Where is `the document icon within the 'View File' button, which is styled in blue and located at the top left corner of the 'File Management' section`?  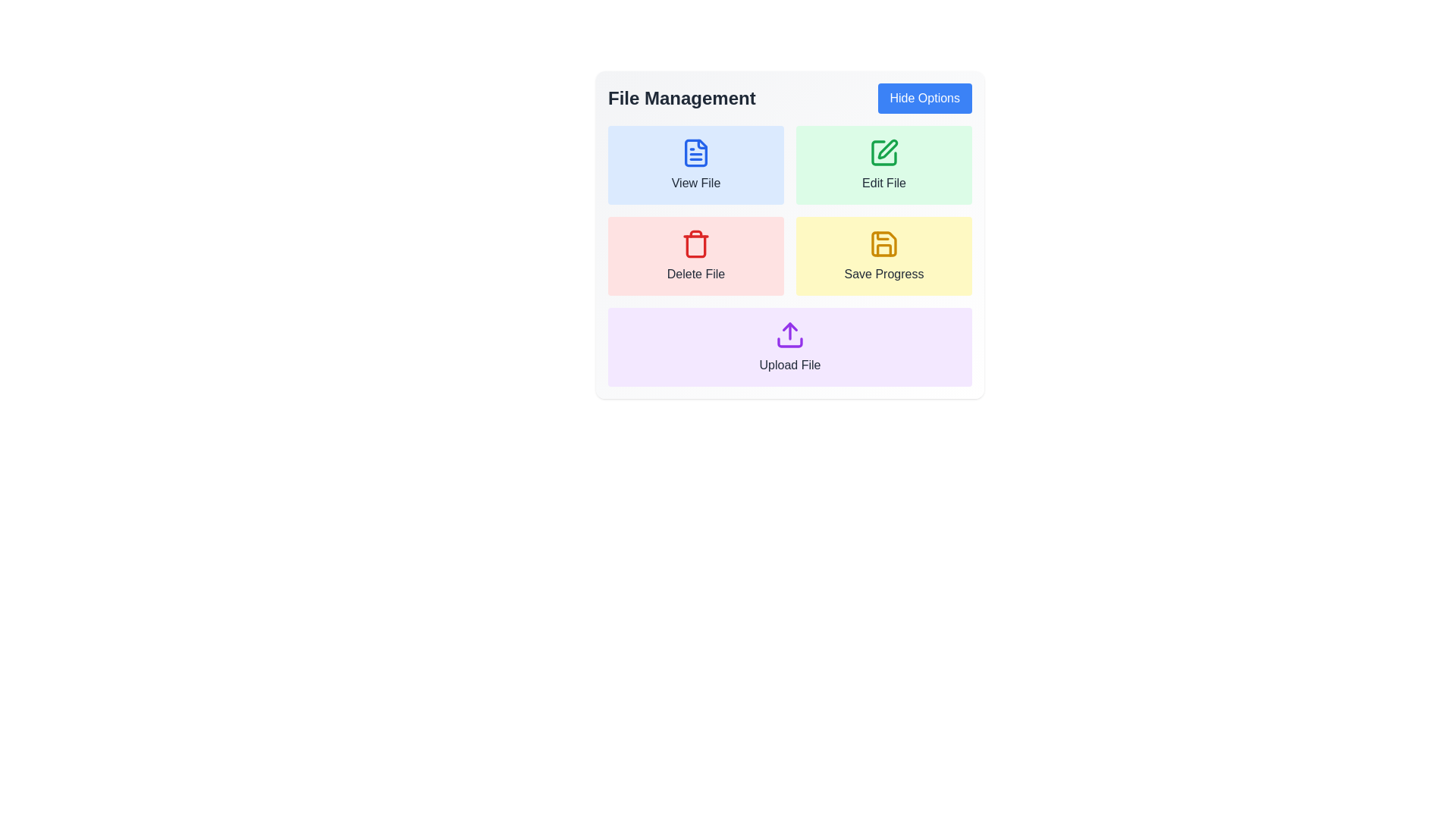 the document icon within the 'View File' button, which is styled in blue and located at the top left corner of the 'File Management' section is located at coordinates (695, 152).